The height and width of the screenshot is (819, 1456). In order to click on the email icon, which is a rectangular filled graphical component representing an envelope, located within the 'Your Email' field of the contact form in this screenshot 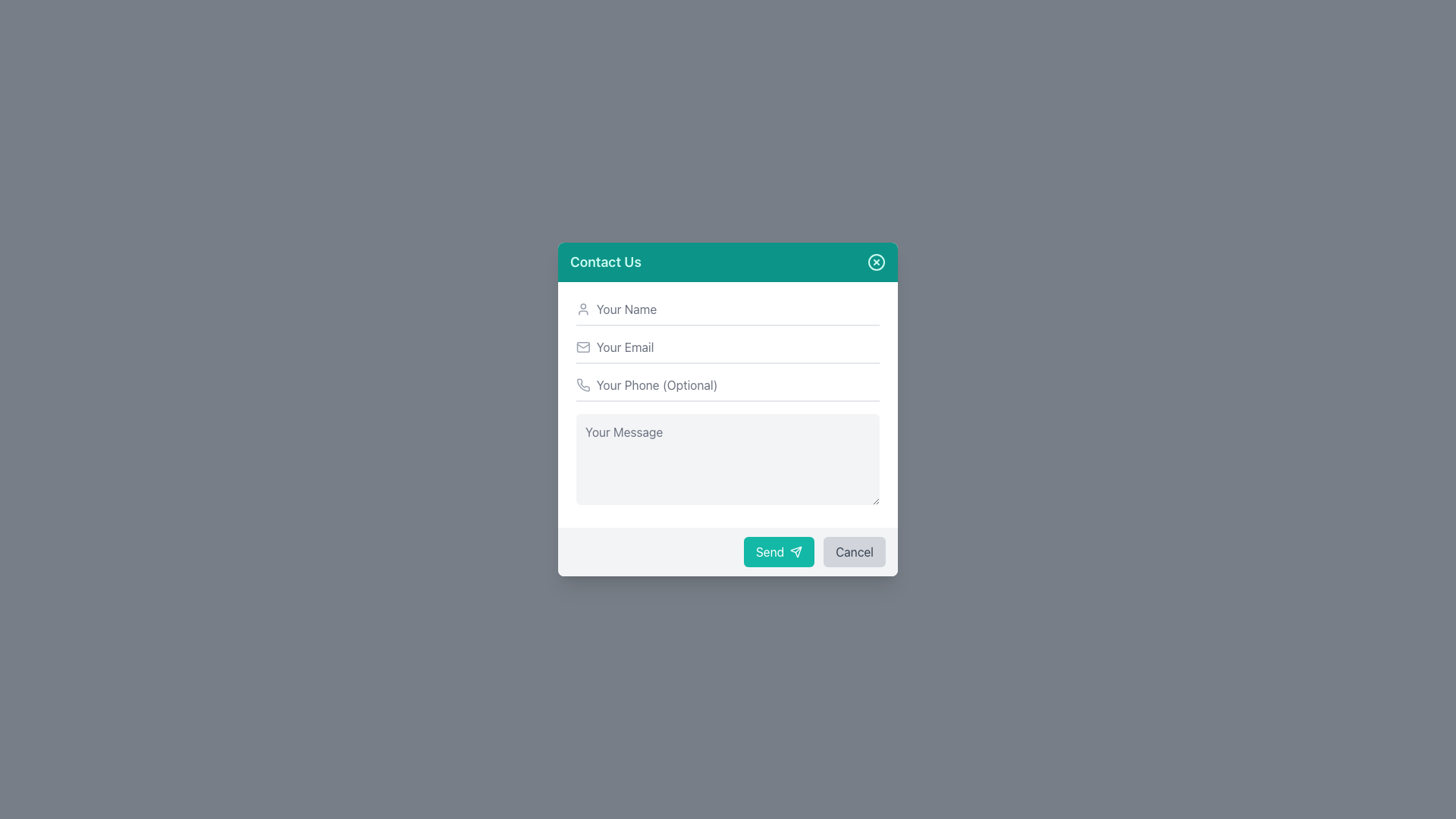, I will do `click(582, 347)`.